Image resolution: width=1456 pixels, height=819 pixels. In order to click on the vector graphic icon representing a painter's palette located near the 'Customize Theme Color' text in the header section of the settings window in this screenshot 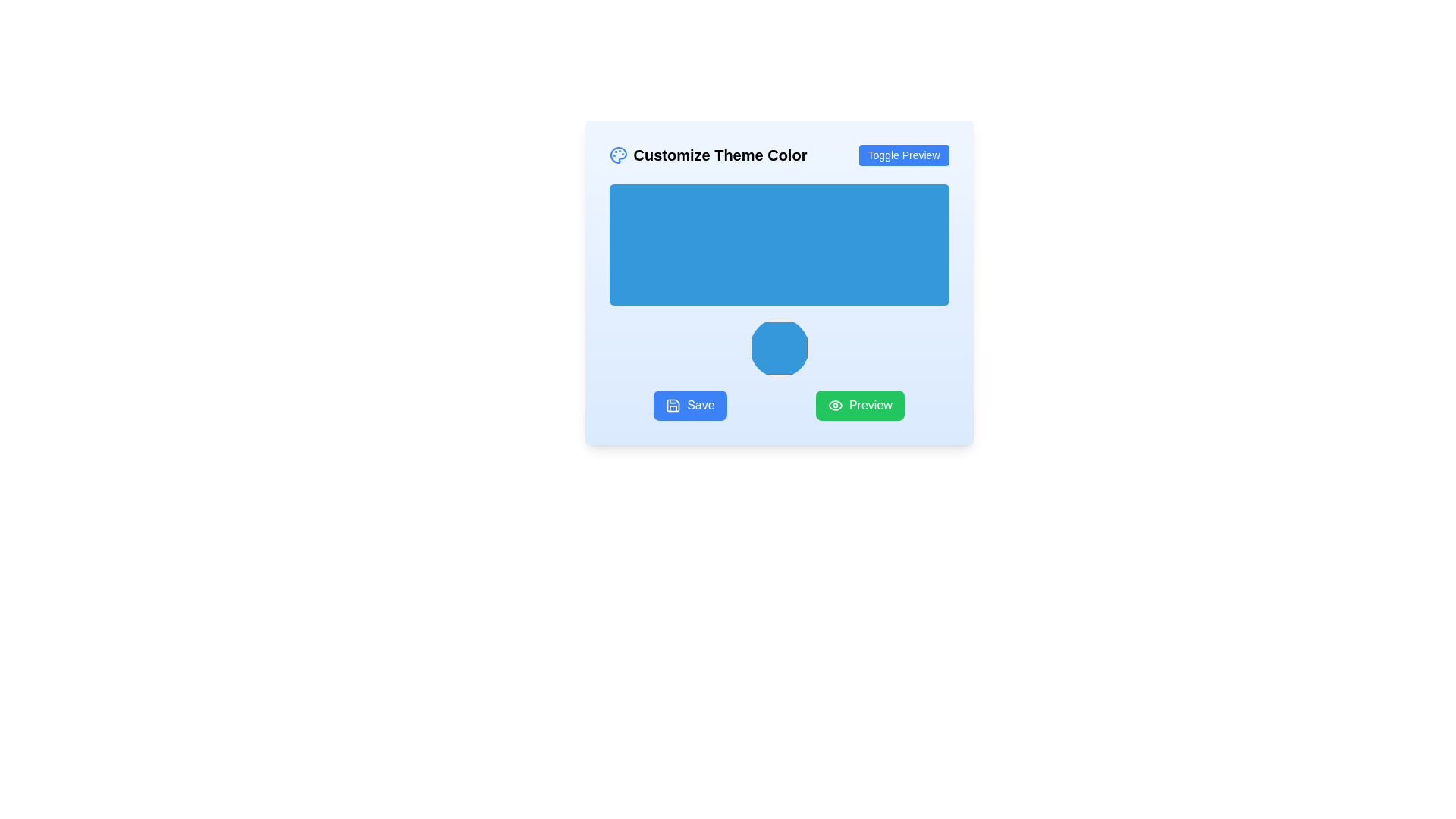, I will do `click(618, 155)`.